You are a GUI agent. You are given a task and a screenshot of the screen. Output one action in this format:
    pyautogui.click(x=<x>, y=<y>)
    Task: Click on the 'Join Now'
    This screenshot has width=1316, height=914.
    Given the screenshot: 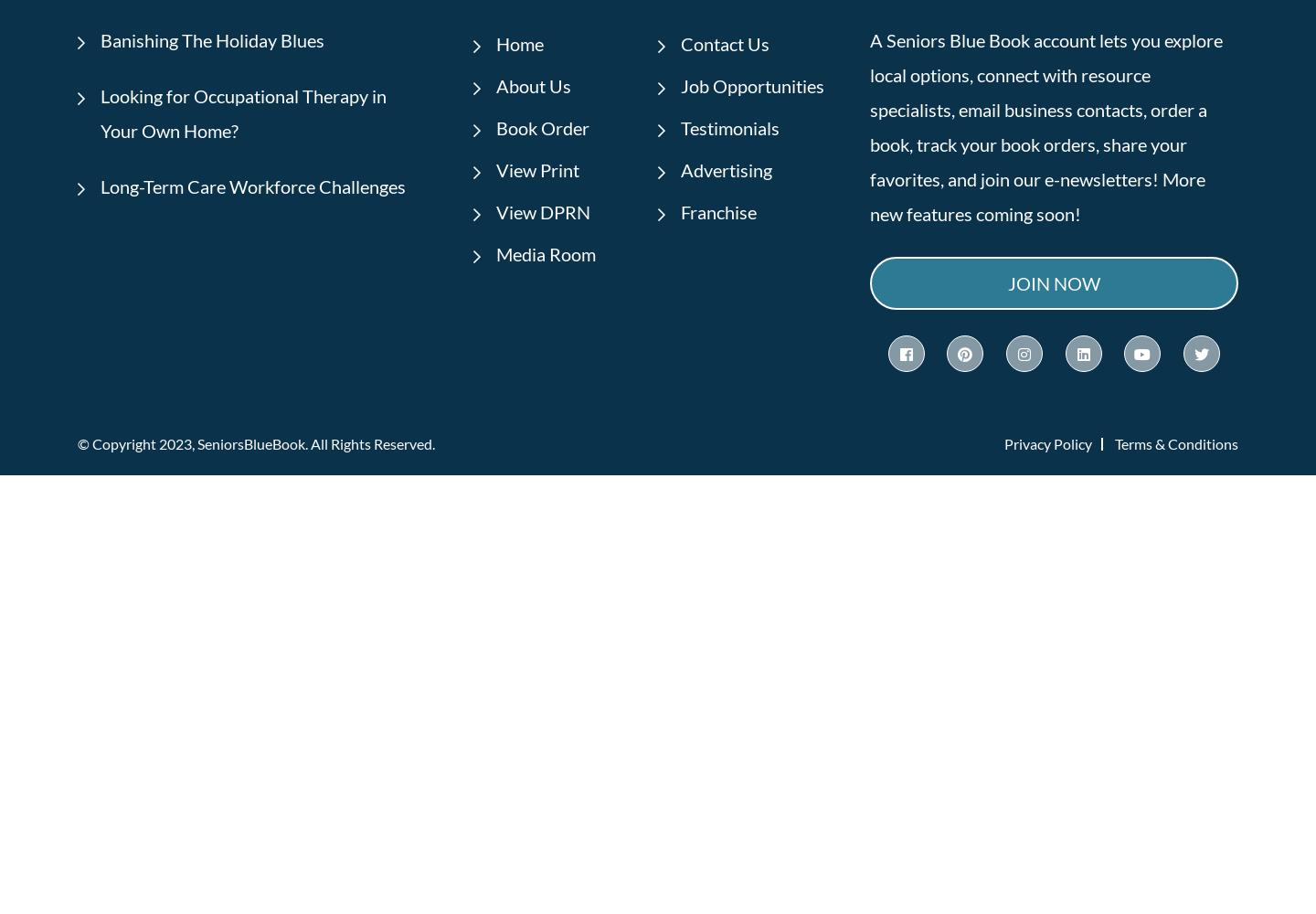 What is the action you would take?
    pyautogui.click(x=1053, y=282)
    